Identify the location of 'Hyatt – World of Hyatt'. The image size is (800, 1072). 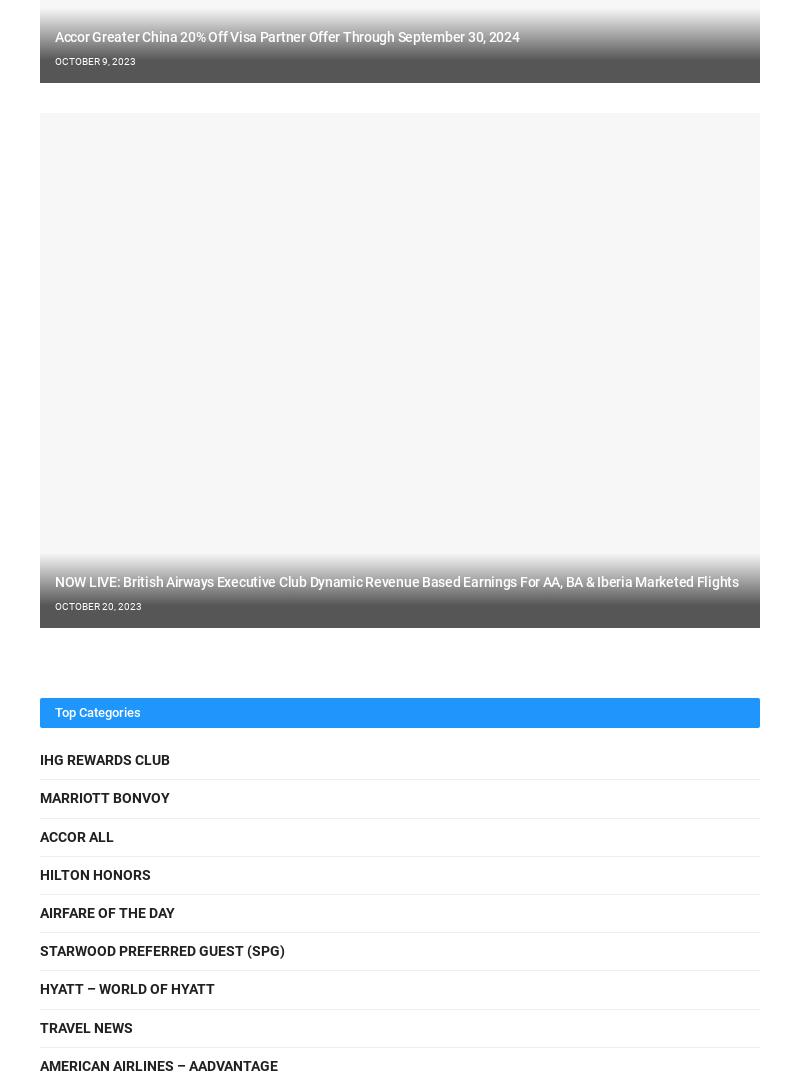
(126, 988).